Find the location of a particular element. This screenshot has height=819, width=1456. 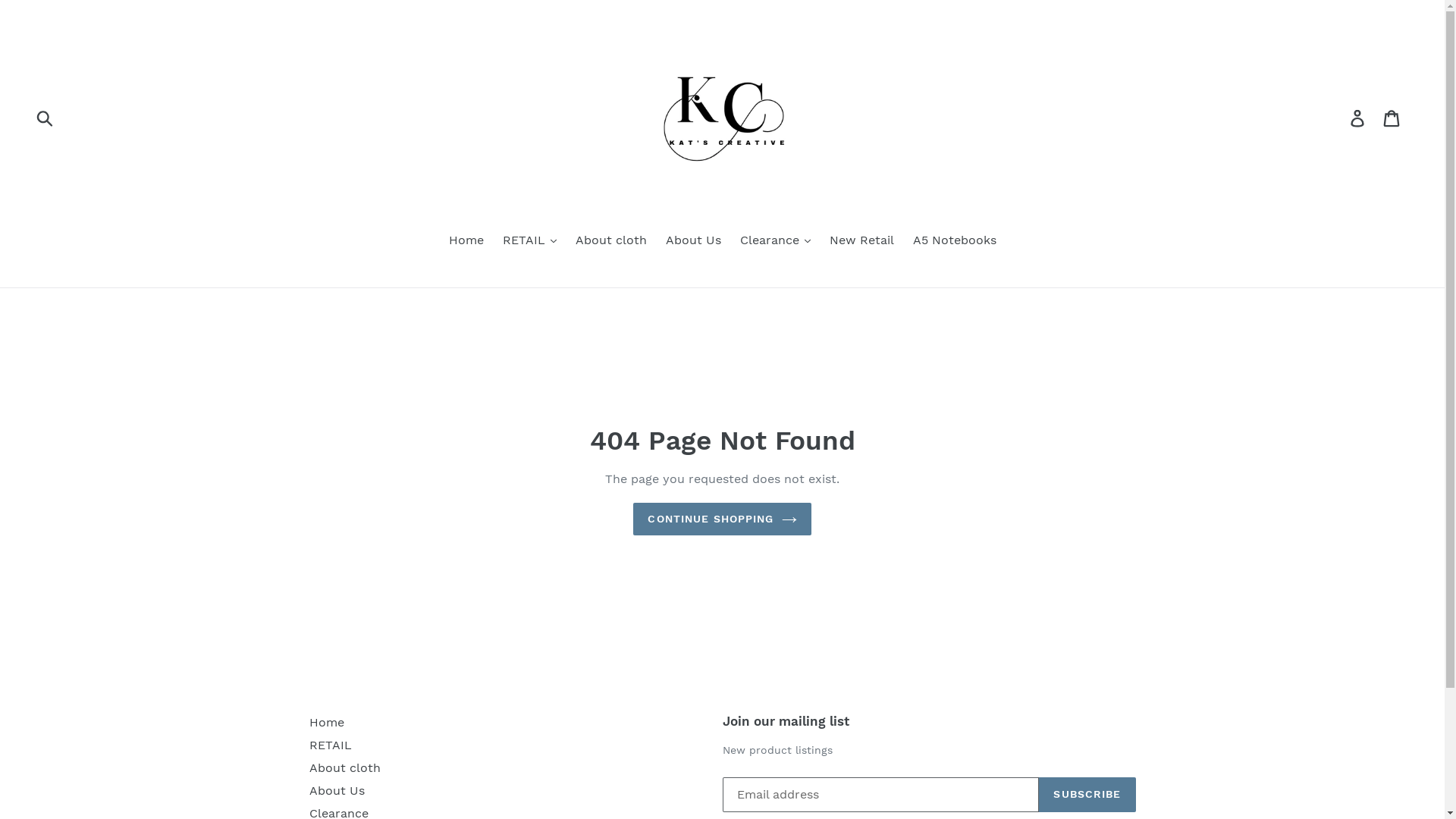

'About Us' is located at coordinates (692, 240).